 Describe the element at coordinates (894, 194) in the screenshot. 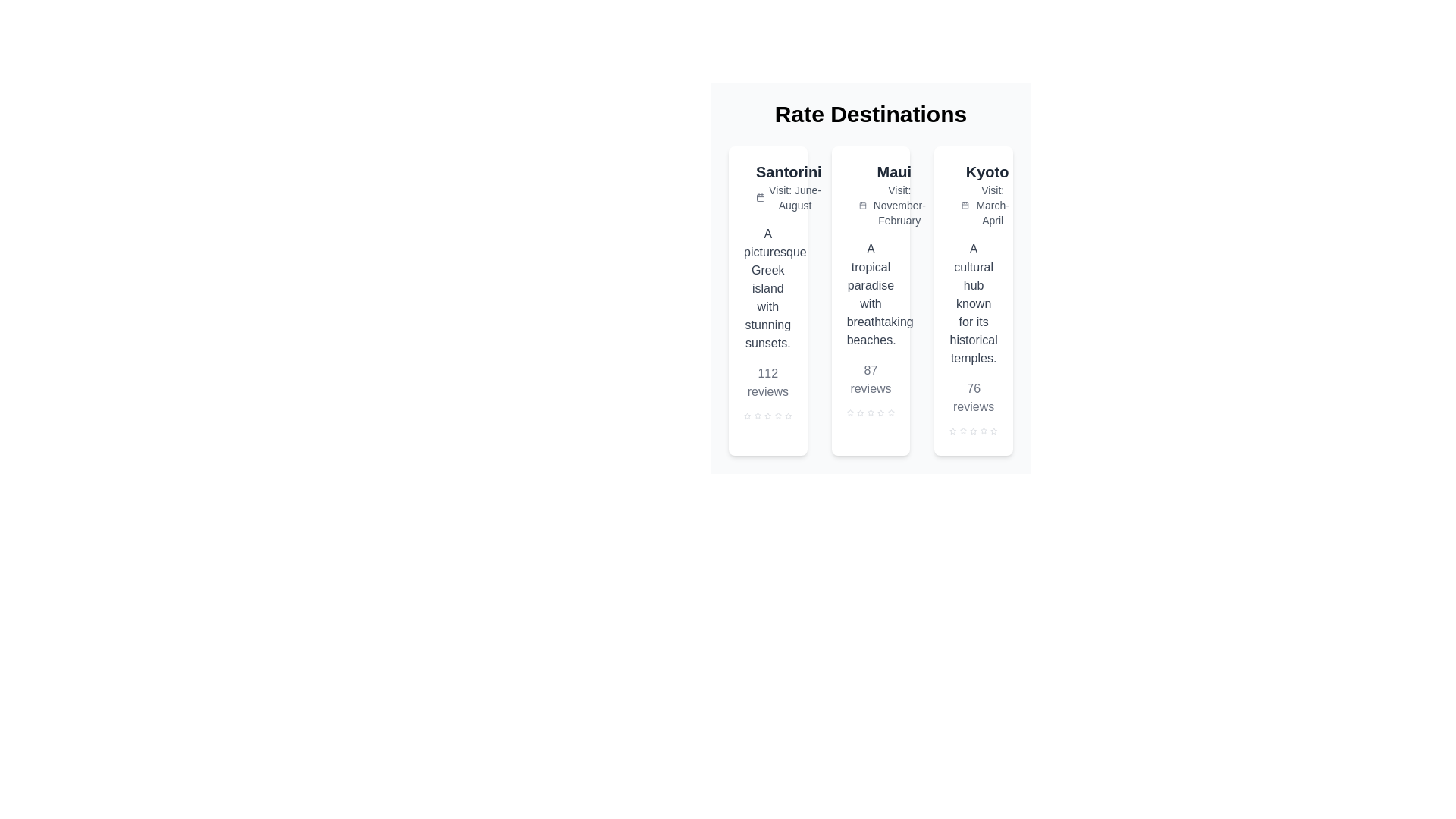

I see `the label that provides information about the travel destination, positioned between 'Santorini' and 'Kyoto'` at that location.